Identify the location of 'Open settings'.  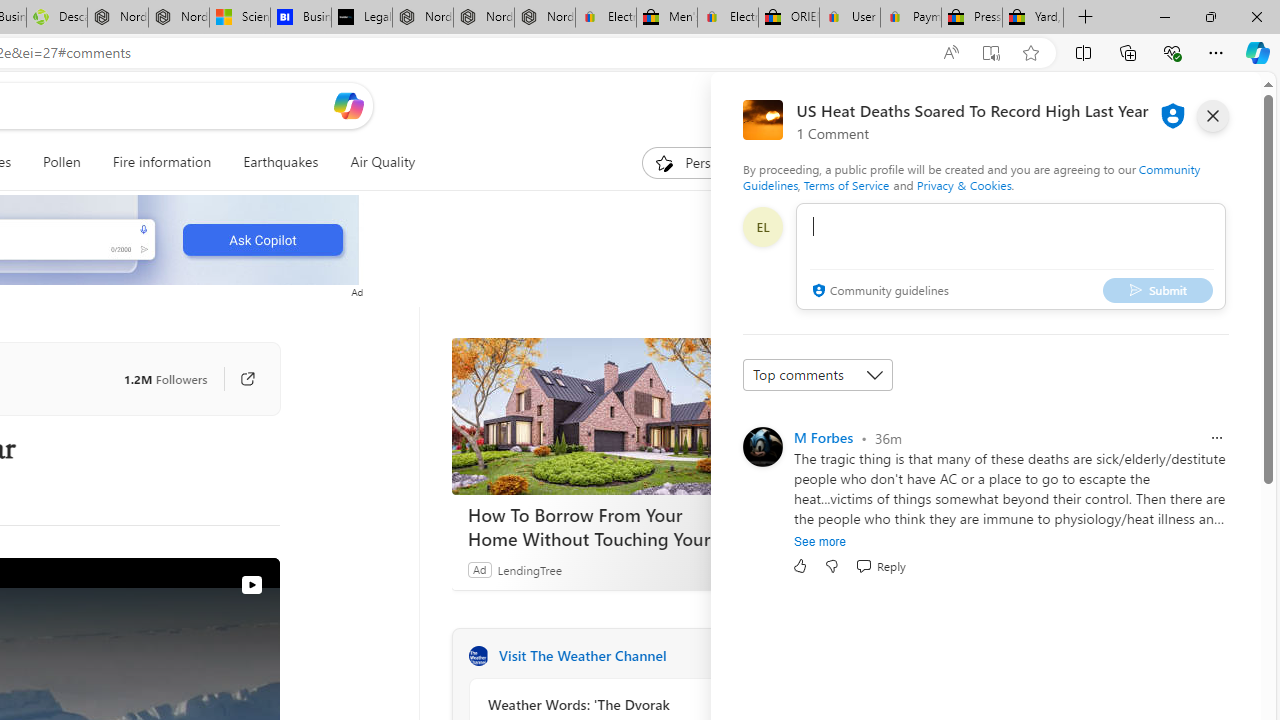
(1215, 105).